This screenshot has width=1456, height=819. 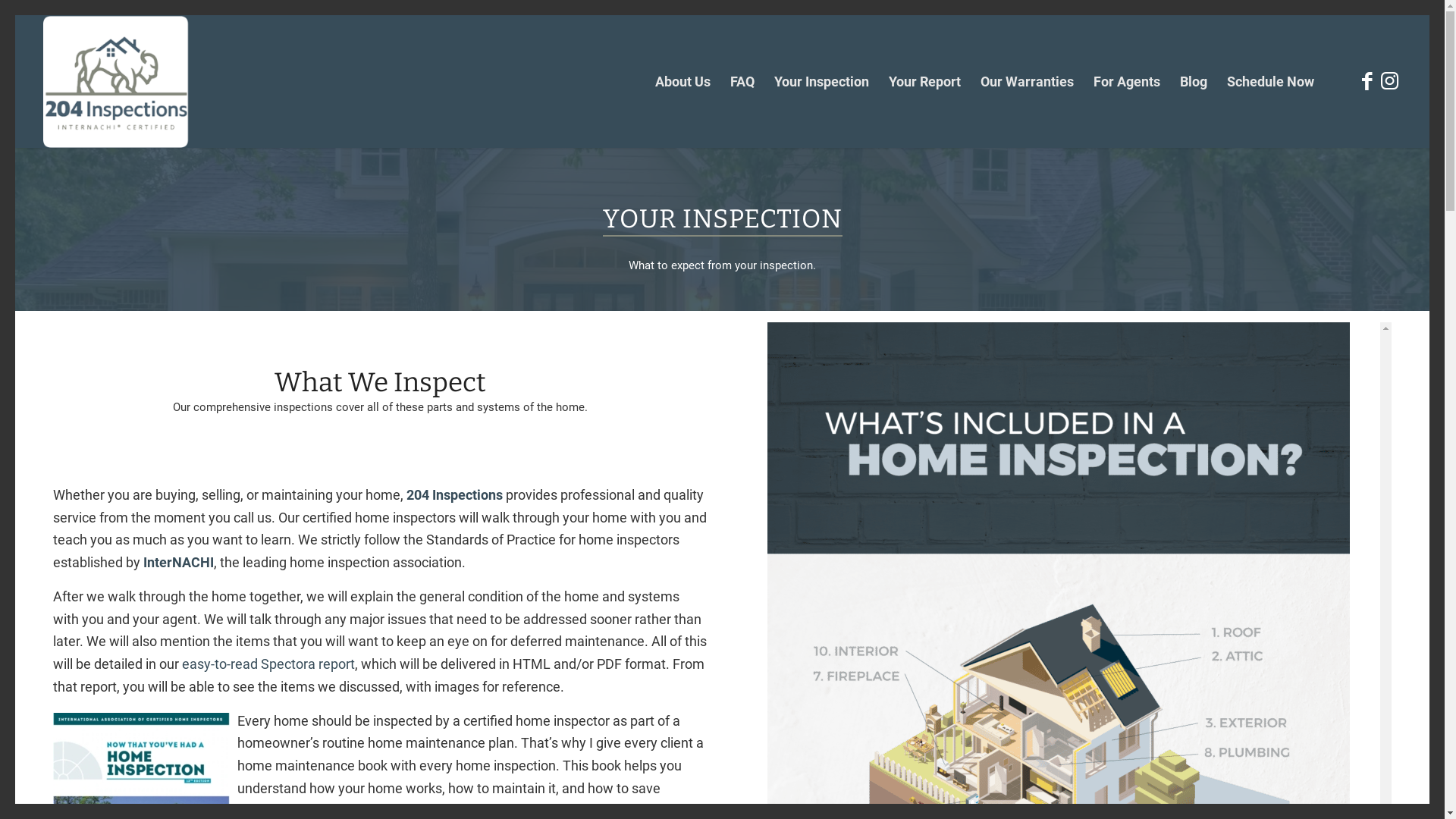 What do you see at coordinates (1193, 81) in the screenshot?
I see `'Blog'` at bounding box center [1193, 81].